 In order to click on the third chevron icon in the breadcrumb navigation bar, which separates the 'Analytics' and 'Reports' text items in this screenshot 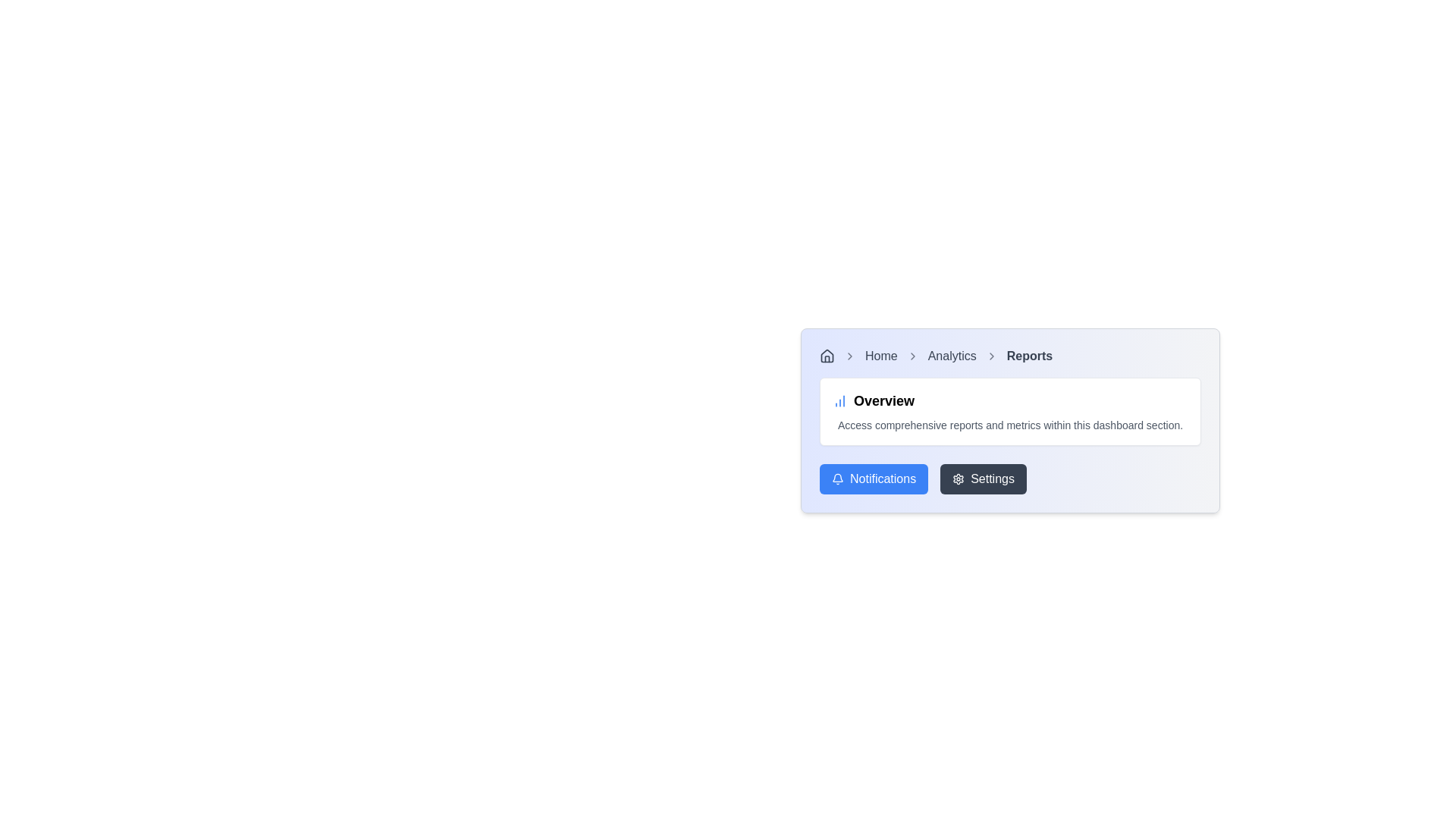, I will do `click(991, 356)`.